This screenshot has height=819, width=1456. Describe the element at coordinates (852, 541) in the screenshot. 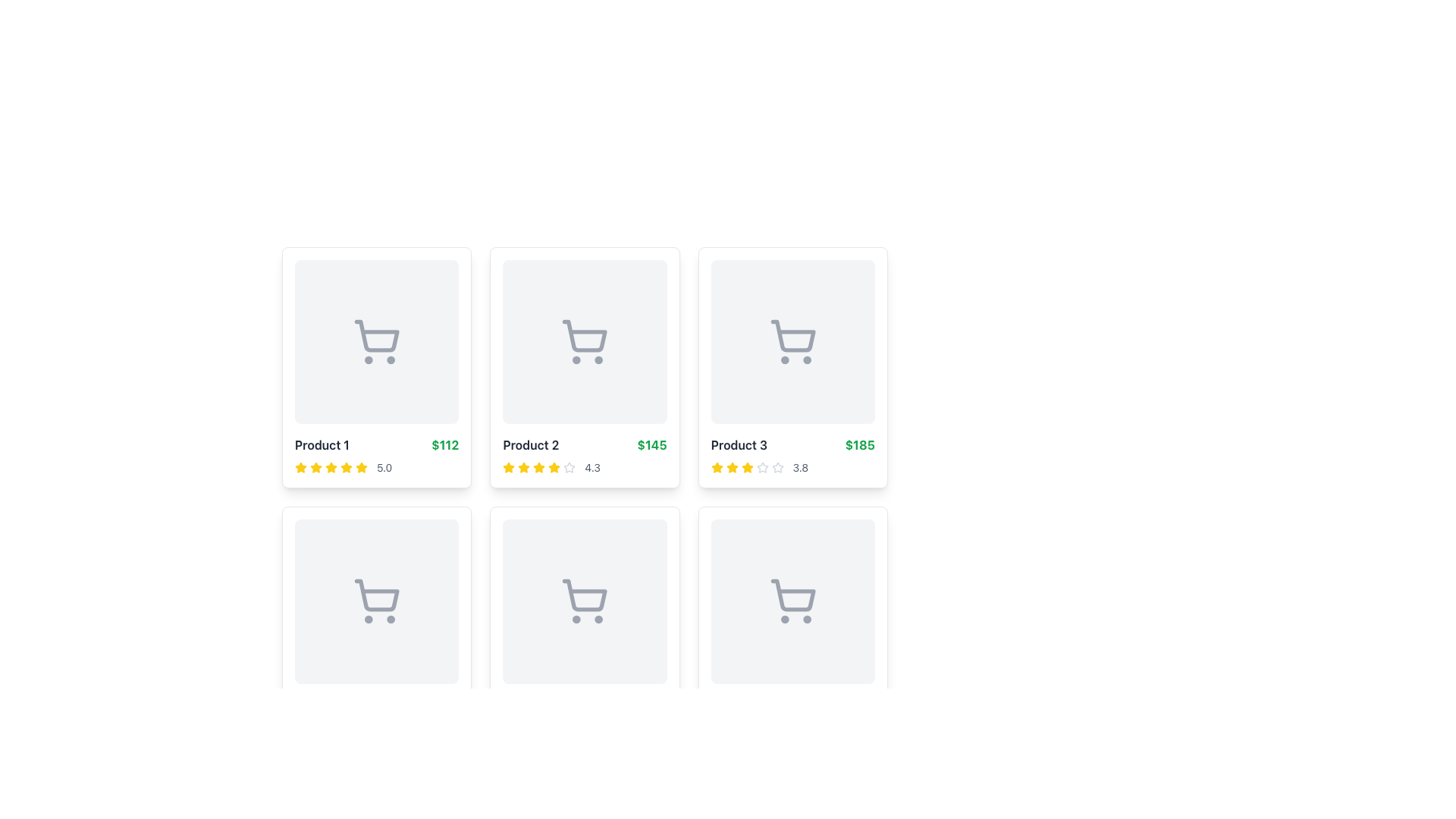

I see `the 'like' button located in the top-right corner of the last product card in the second row of the grid layout, which allows users to toggle the product's favorite status` at that location.